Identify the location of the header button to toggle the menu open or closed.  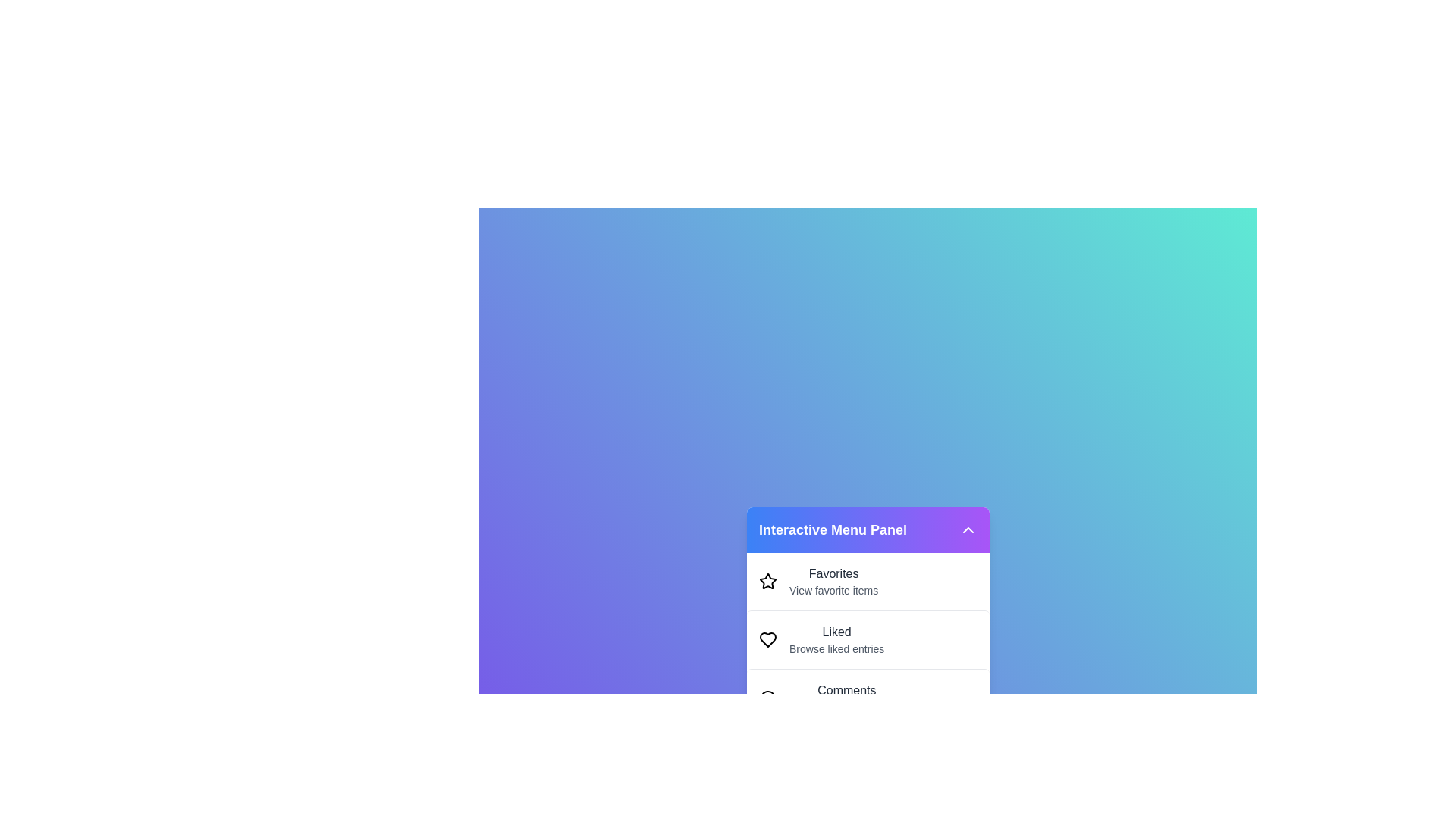
(967, 529).